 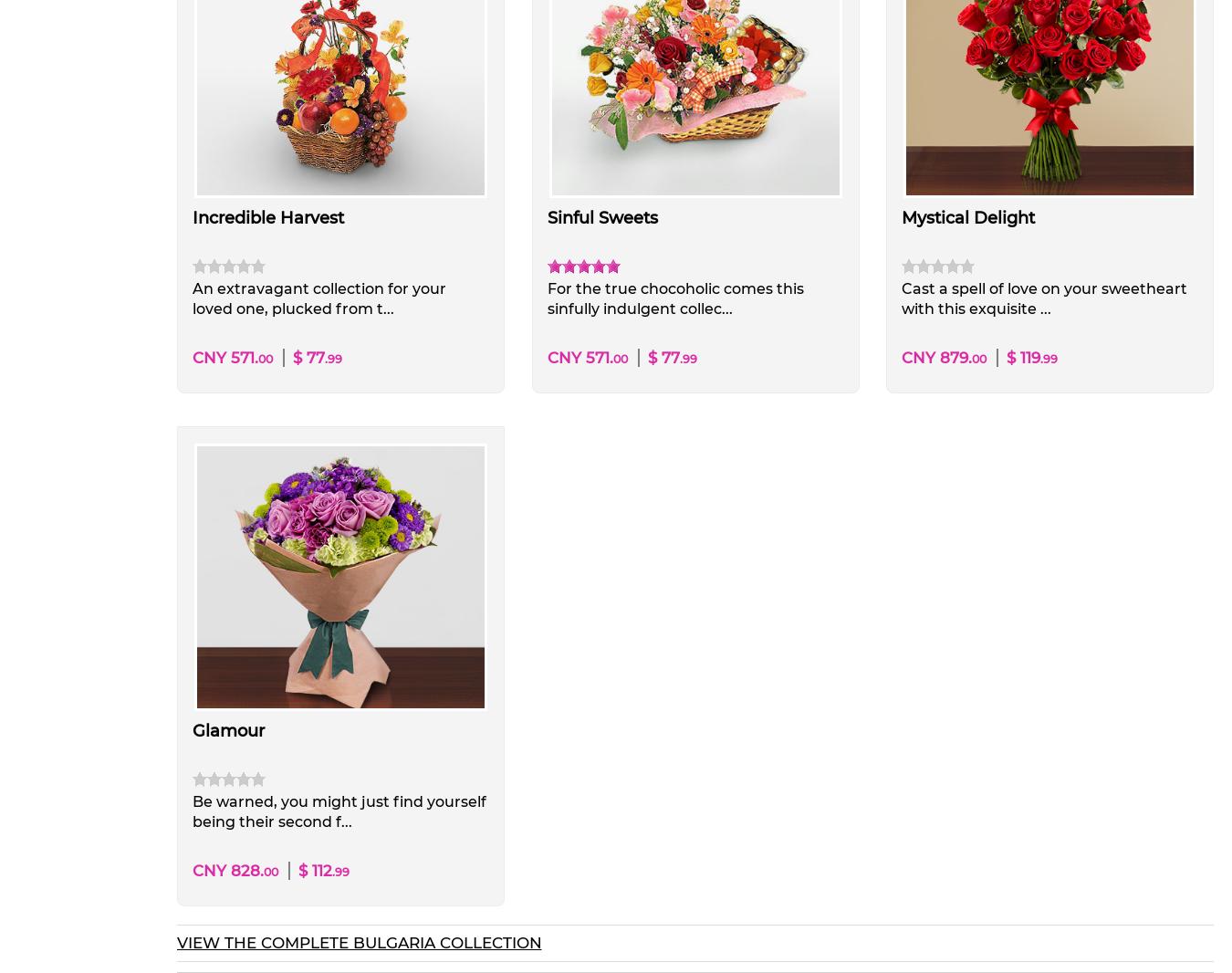 What do you see at coordinates (227, 870) in the screenshot?
I see `'CNY 828.'` at bounding box center [227, 870].